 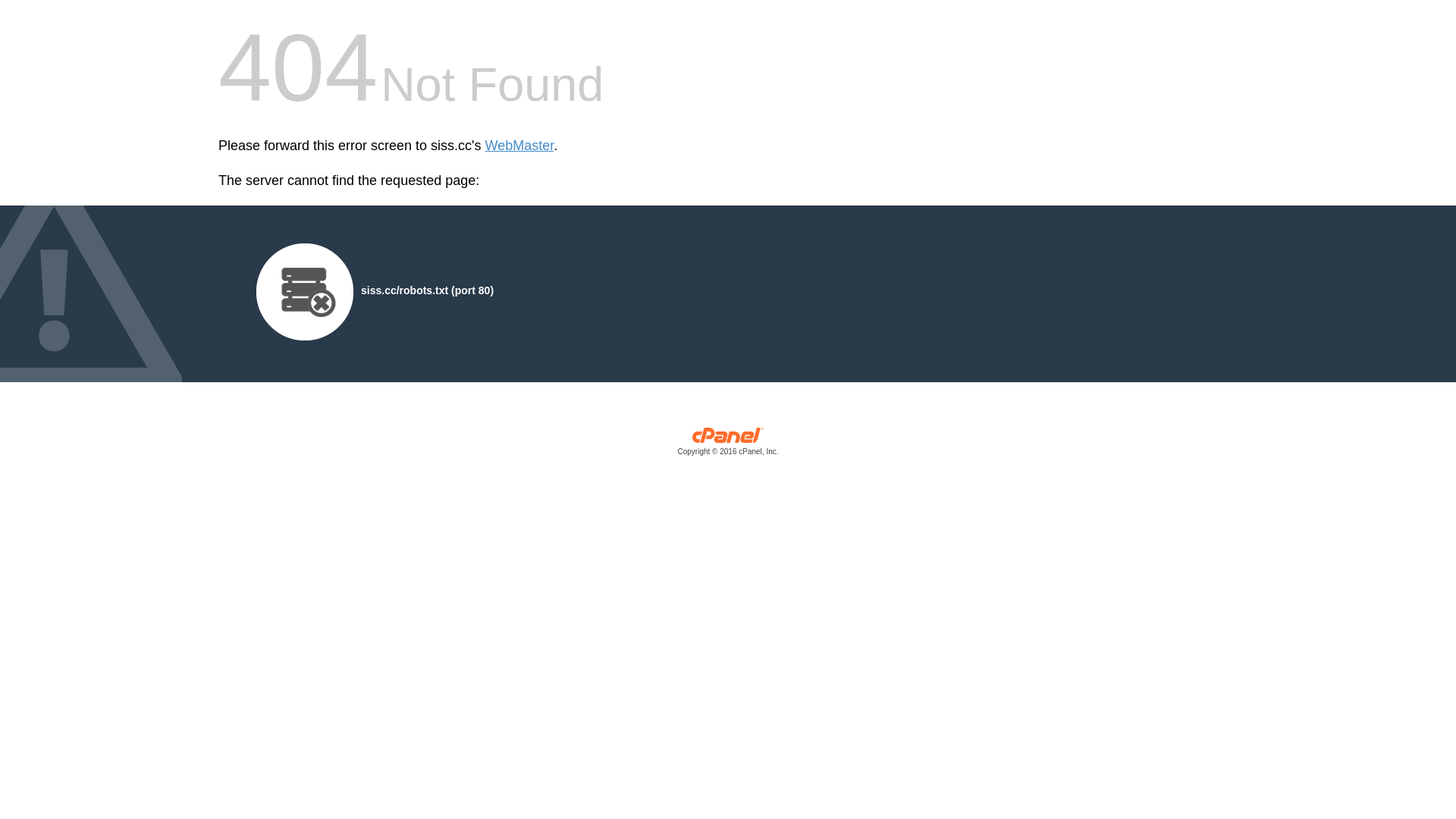 What do you see at coordinates (519, 146) in the screenshot?
I see `'WebMaster'` at bounding box center [519, 146].